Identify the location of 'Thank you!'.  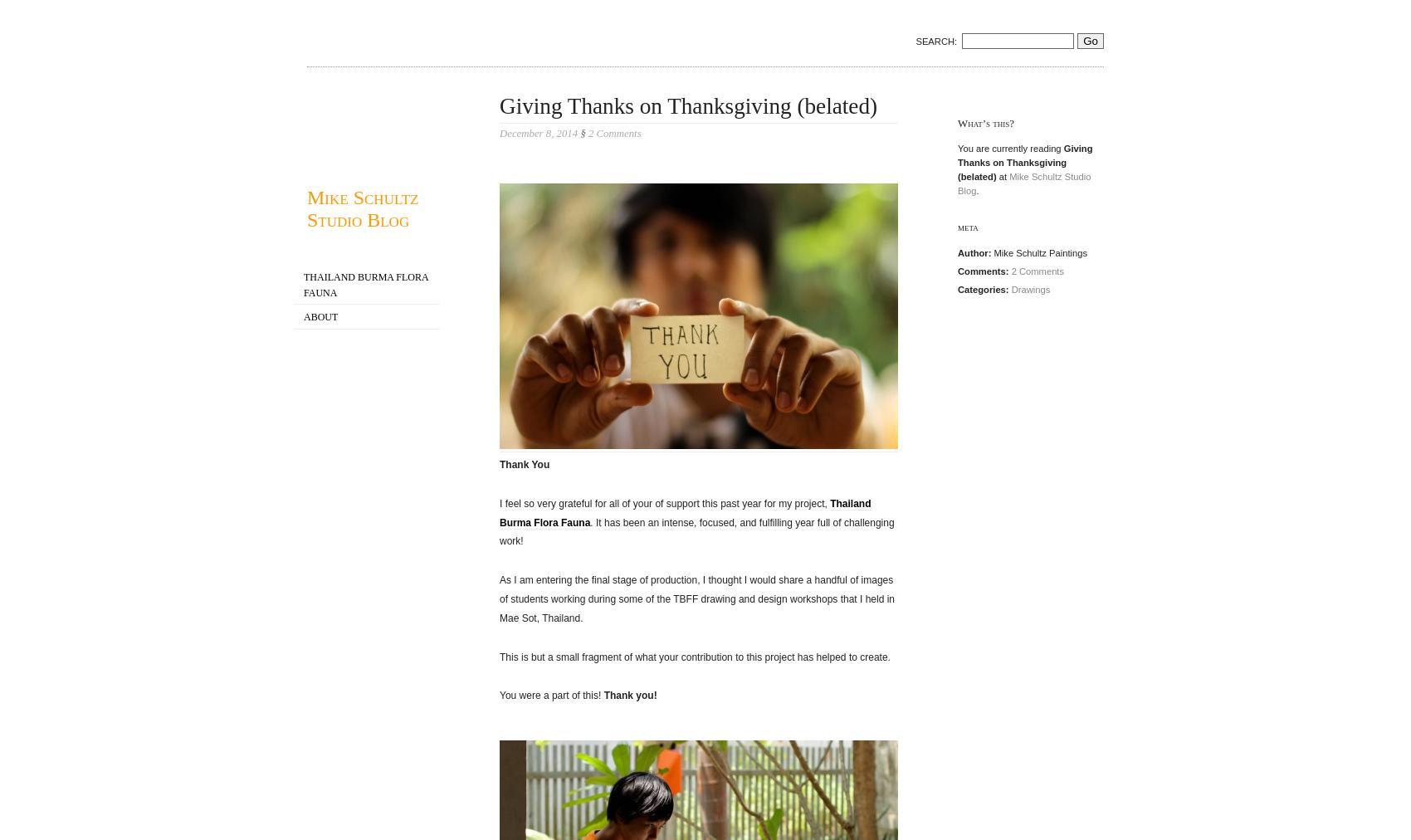
(629, 695).